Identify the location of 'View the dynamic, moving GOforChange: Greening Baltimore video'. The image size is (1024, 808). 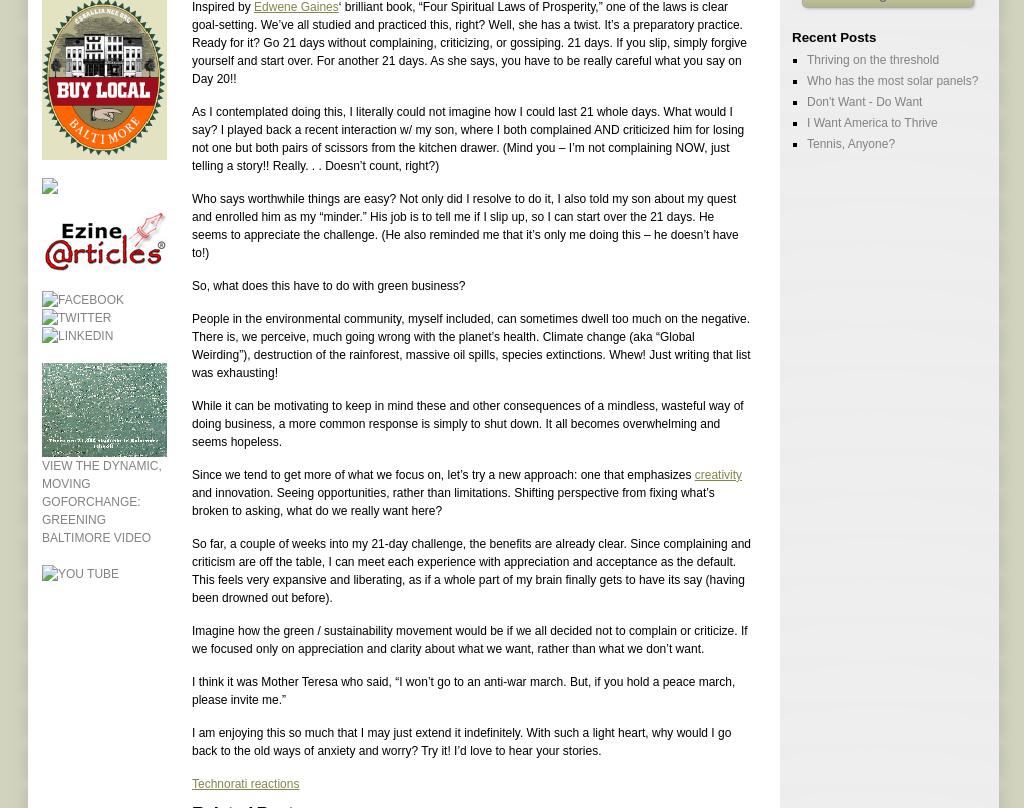
(101, 502).